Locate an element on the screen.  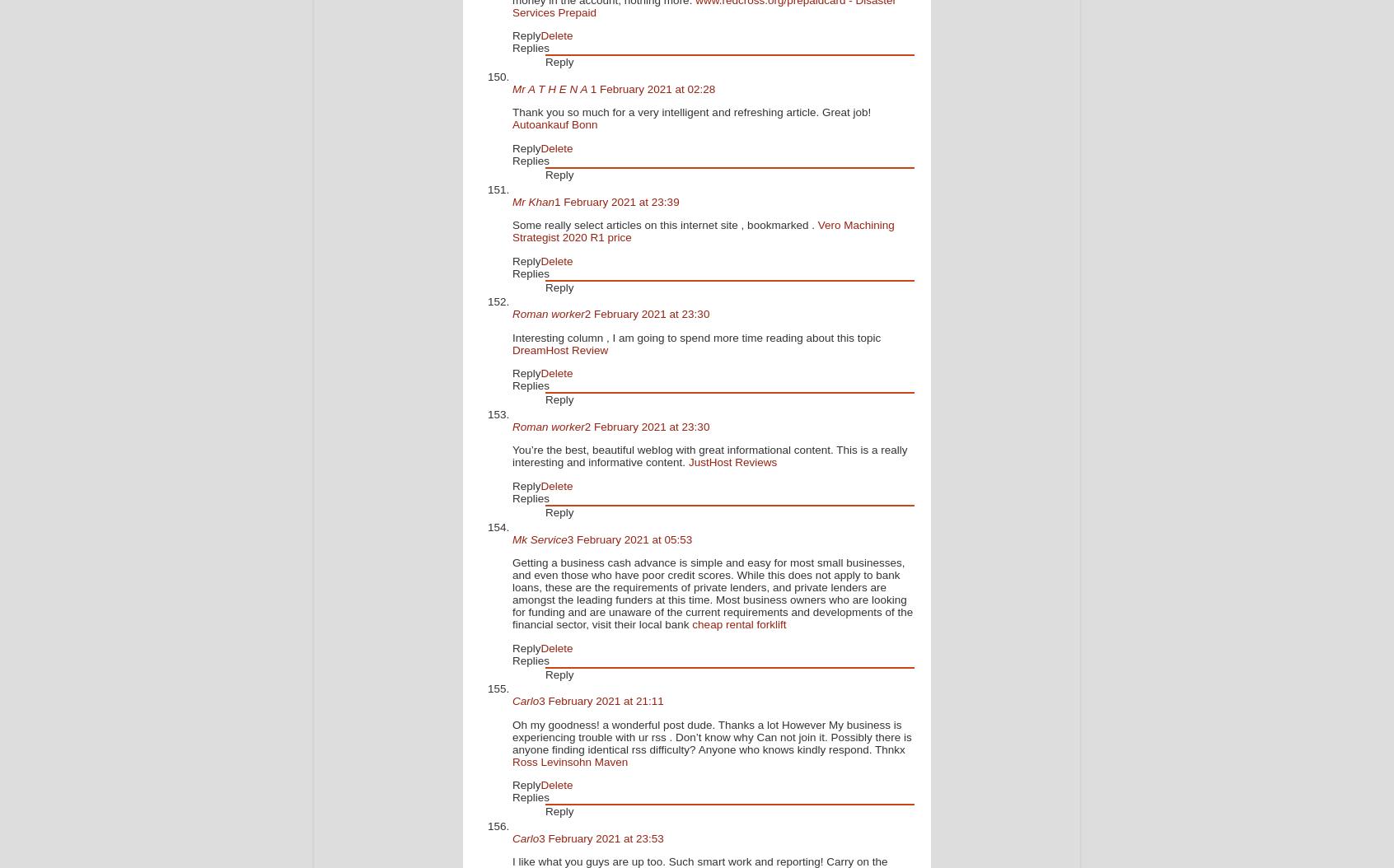
'Getting a business cash advance is simple and easy for most small businesses, and even those who have poor credit scores. While this does not apply to bank loans, these are the requirements of private lenders, and private lenders are amongst the leading funders at this time. Most business owners who are looking for funding and are unaware of the current requirements and developments of the financial sector, visit their local bank' is located at coordinates (711, 593).